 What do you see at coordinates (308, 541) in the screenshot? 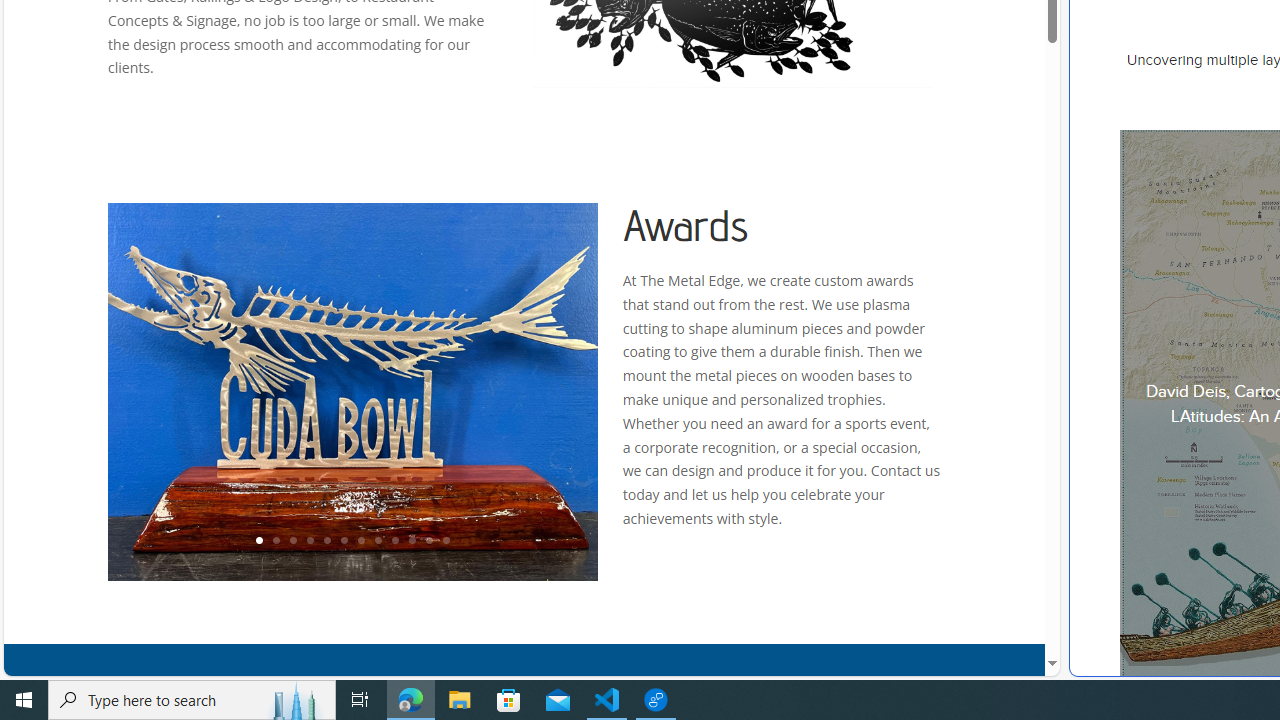
I see `'4'` at bounding box center [308, 541].